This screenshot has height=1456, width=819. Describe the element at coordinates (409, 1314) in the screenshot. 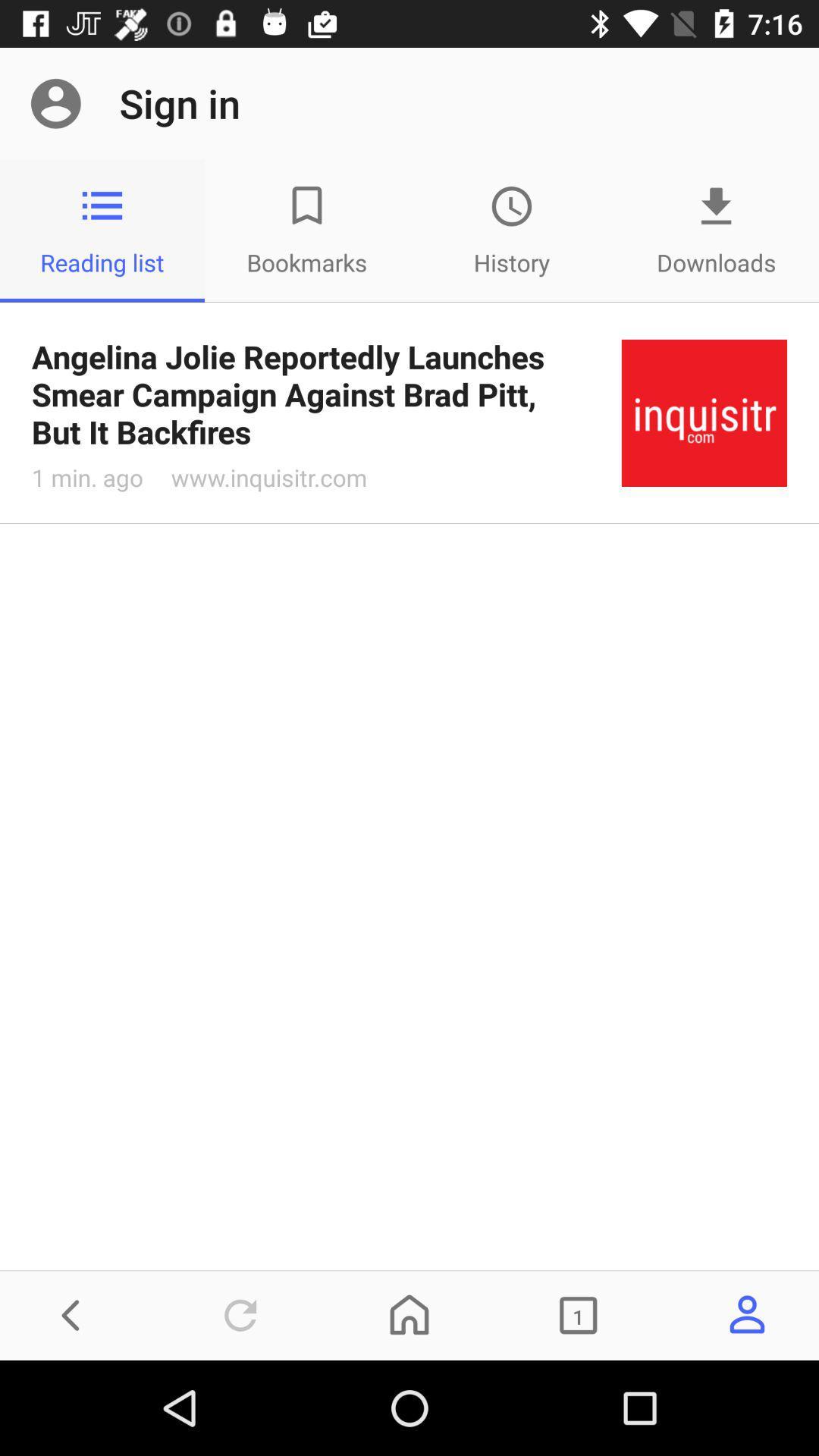

I see `the home icon` at that location.